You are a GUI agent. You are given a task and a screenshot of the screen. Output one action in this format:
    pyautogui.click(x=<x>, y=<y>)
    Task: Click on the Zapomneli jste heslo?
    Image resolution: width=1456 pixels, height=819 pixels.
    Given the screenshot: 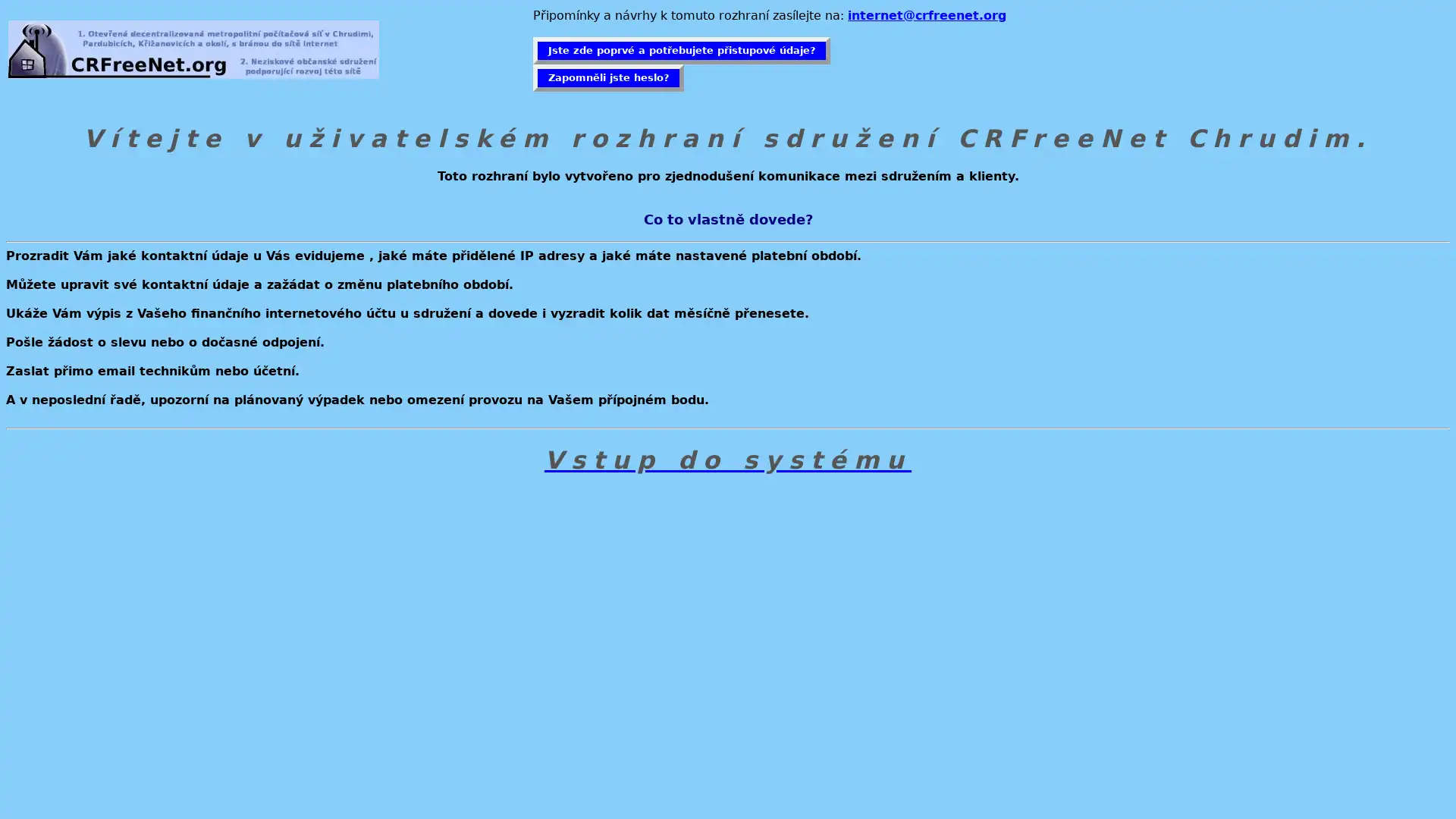 What is the action you would take?
    pyautogui.click(x=608, y=77)
    